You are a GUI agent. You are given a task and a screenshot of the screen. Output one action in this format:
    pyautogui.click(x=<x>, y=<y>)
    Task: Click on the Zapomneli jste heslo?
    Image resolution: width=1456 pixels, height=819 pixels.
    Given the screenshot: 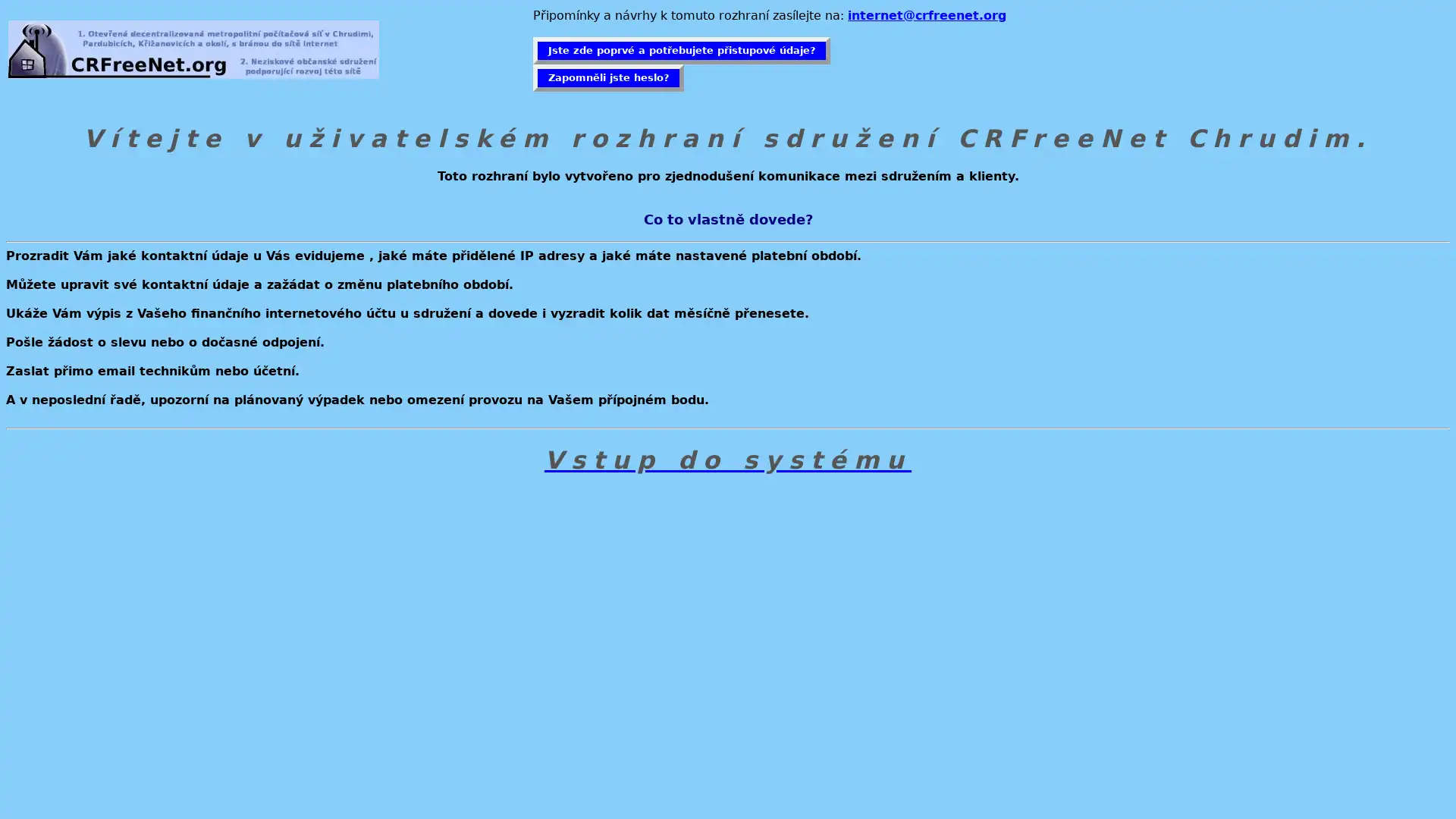 What is the action you would take?
    pyautogui.click(x=608, y=77)
    